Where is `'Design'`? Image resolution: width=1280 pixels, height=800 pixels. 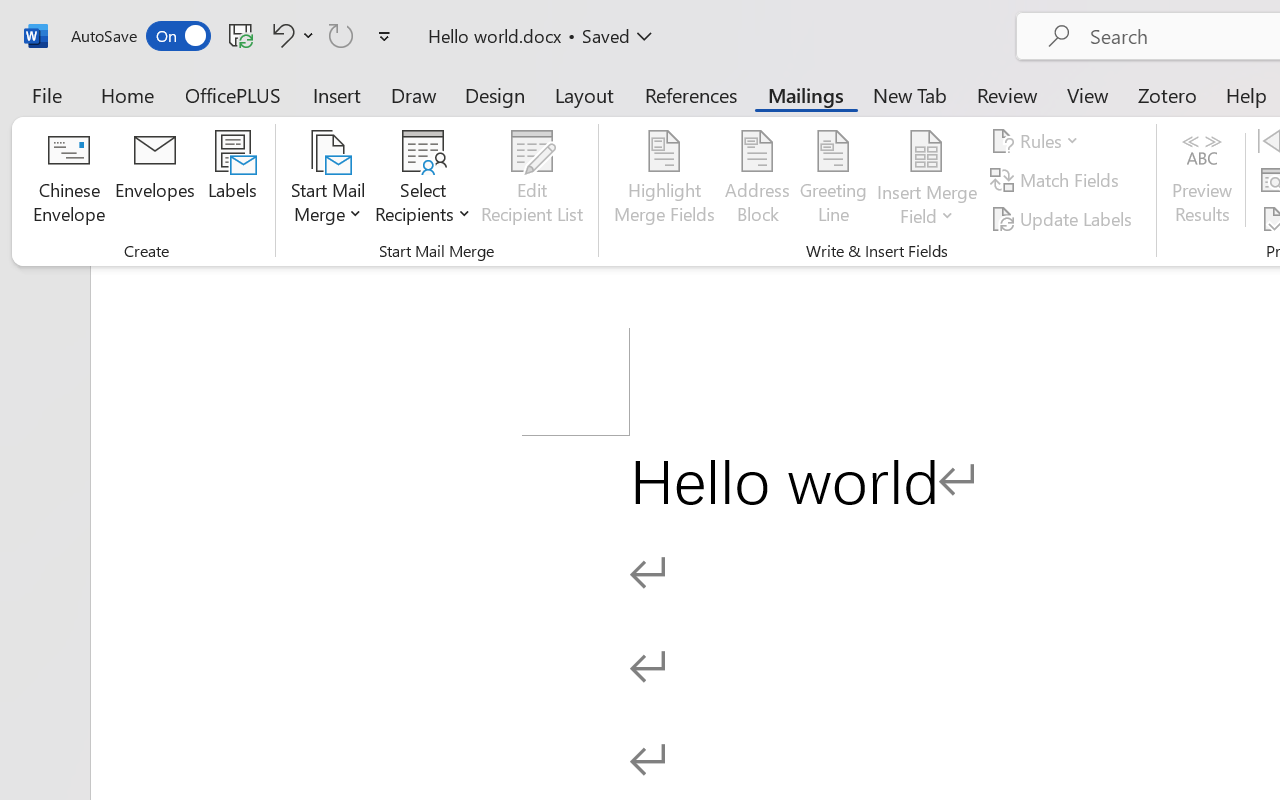 'Design' is located at coordinates (495, 94).